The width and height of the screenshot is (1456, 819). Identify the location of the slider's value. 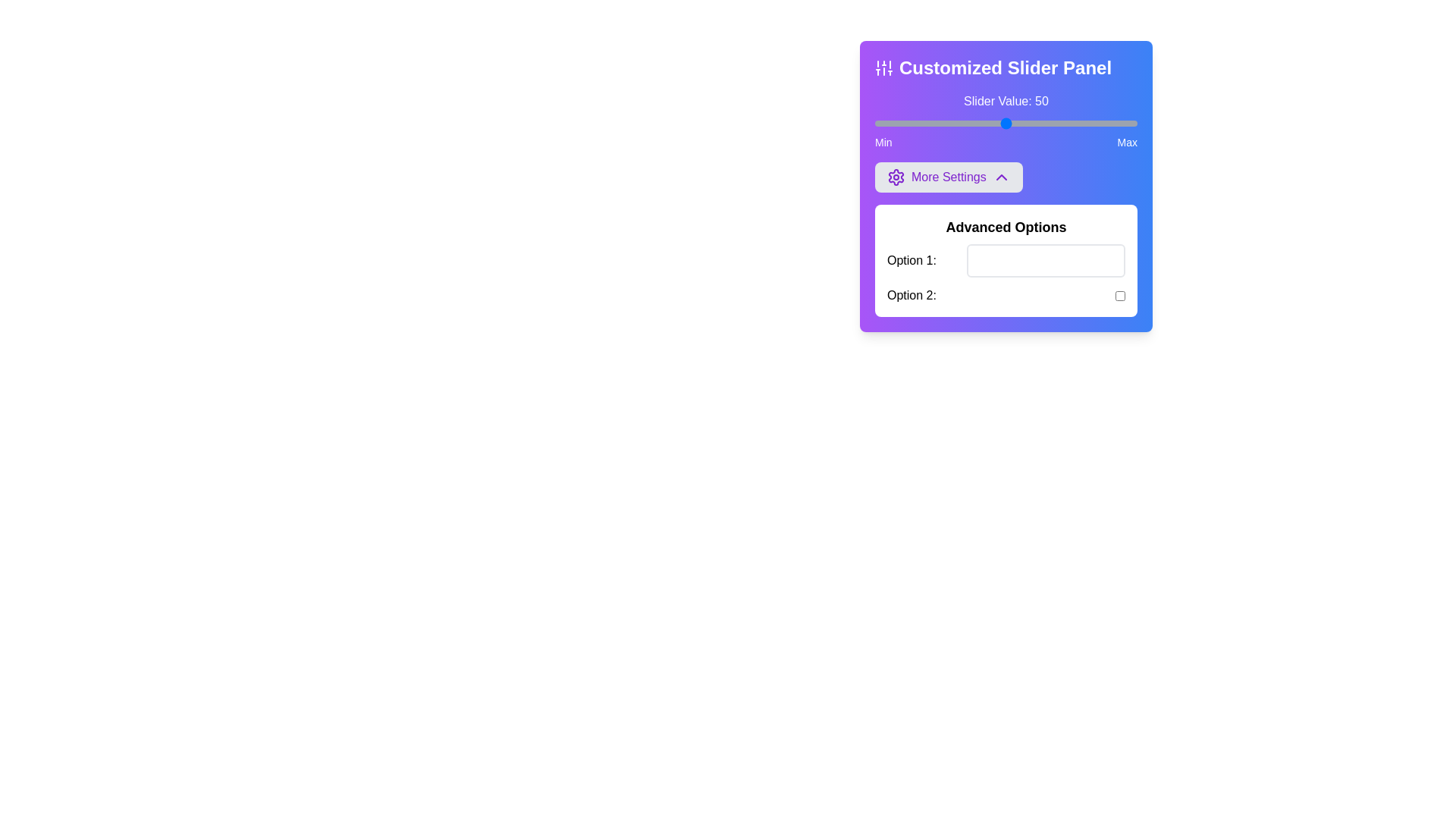
(1031, 122).